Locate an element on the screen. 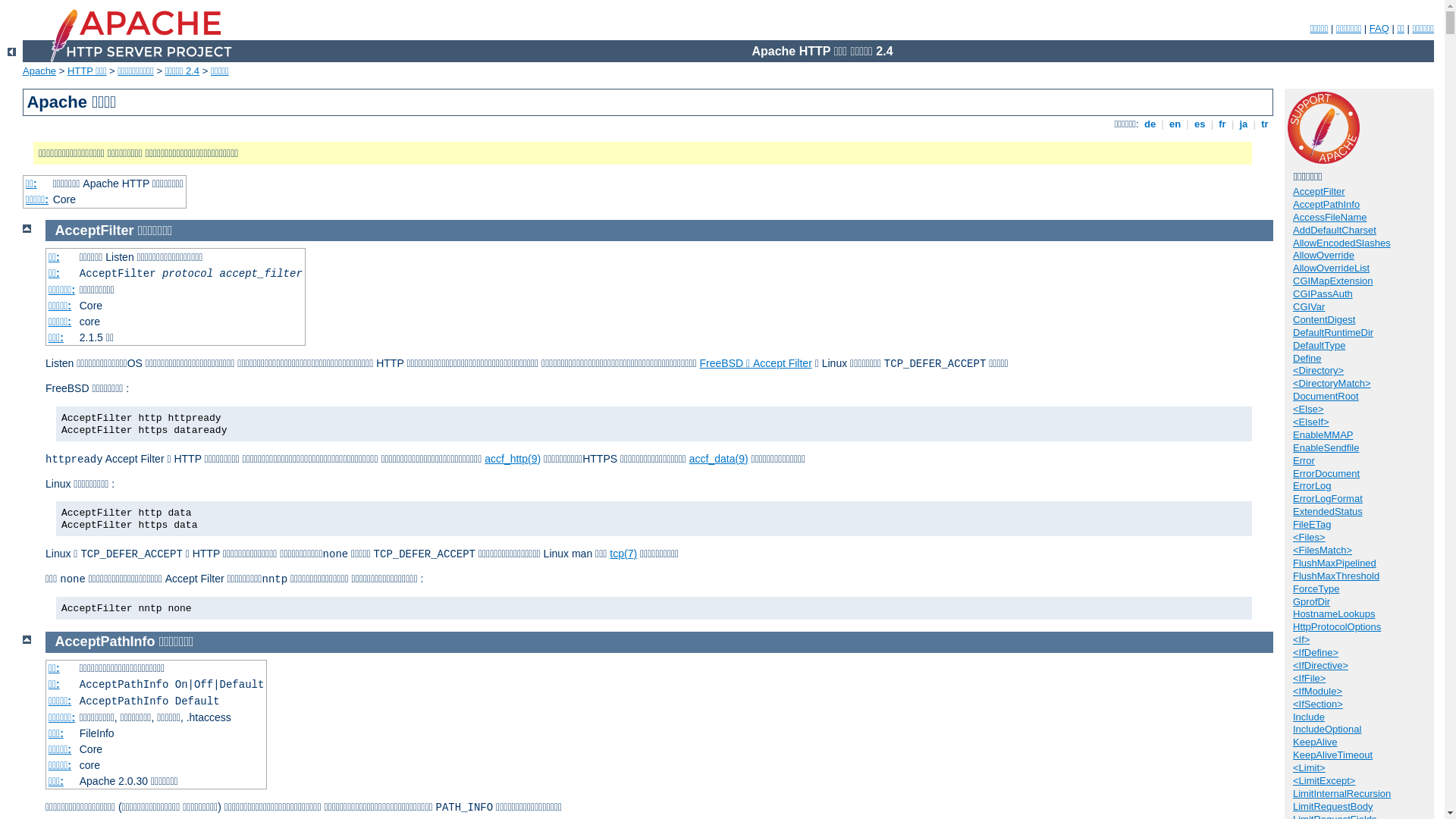  '<IfDefine>' is located at coordinates (1314, 651).